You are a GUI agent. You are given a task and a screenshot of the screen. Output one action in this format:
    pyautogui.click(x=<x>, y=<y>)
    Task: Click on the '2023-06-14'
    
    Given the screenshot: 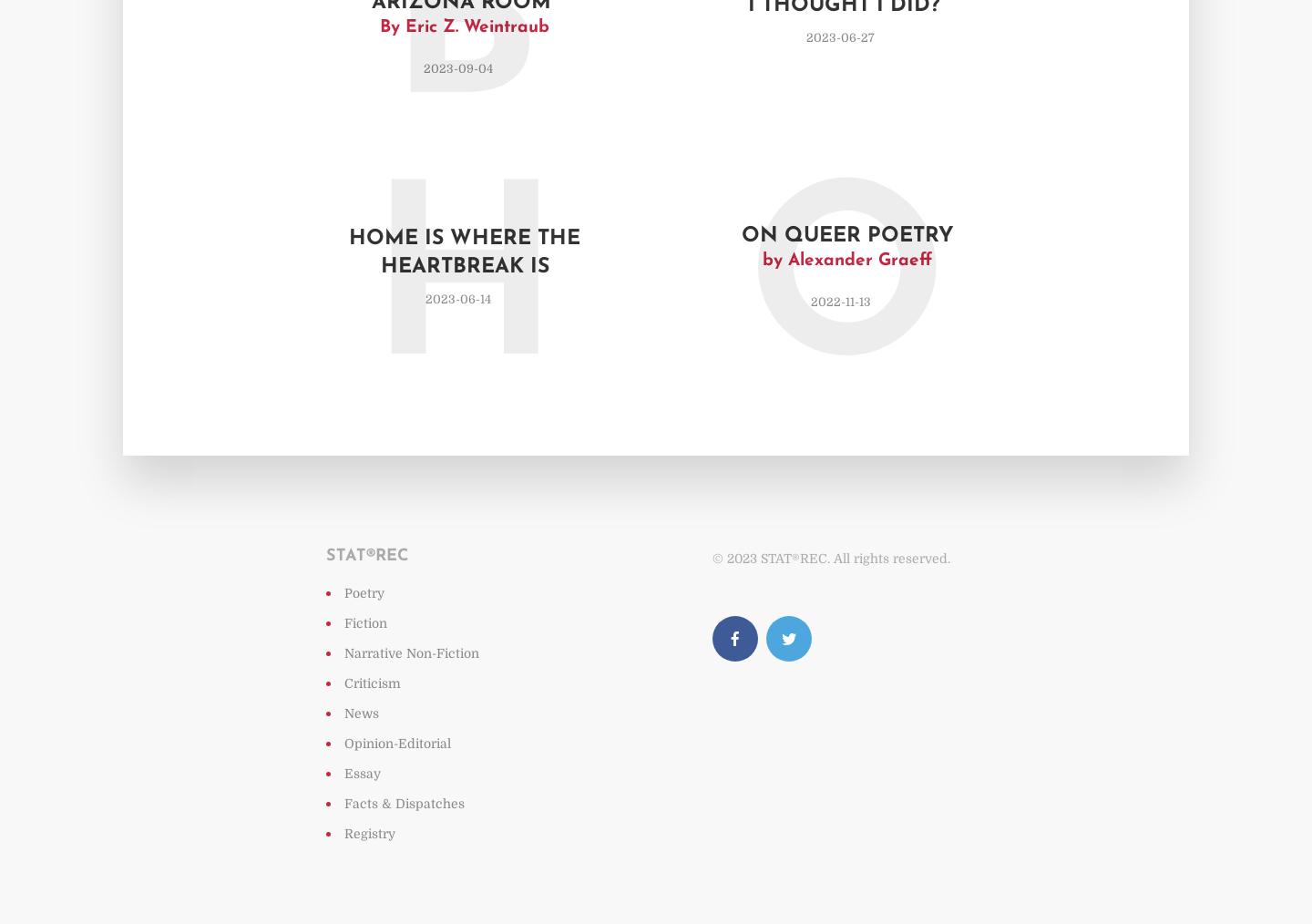 What is the action you would take?
    pyautogui.click(x=456, y=298)
    